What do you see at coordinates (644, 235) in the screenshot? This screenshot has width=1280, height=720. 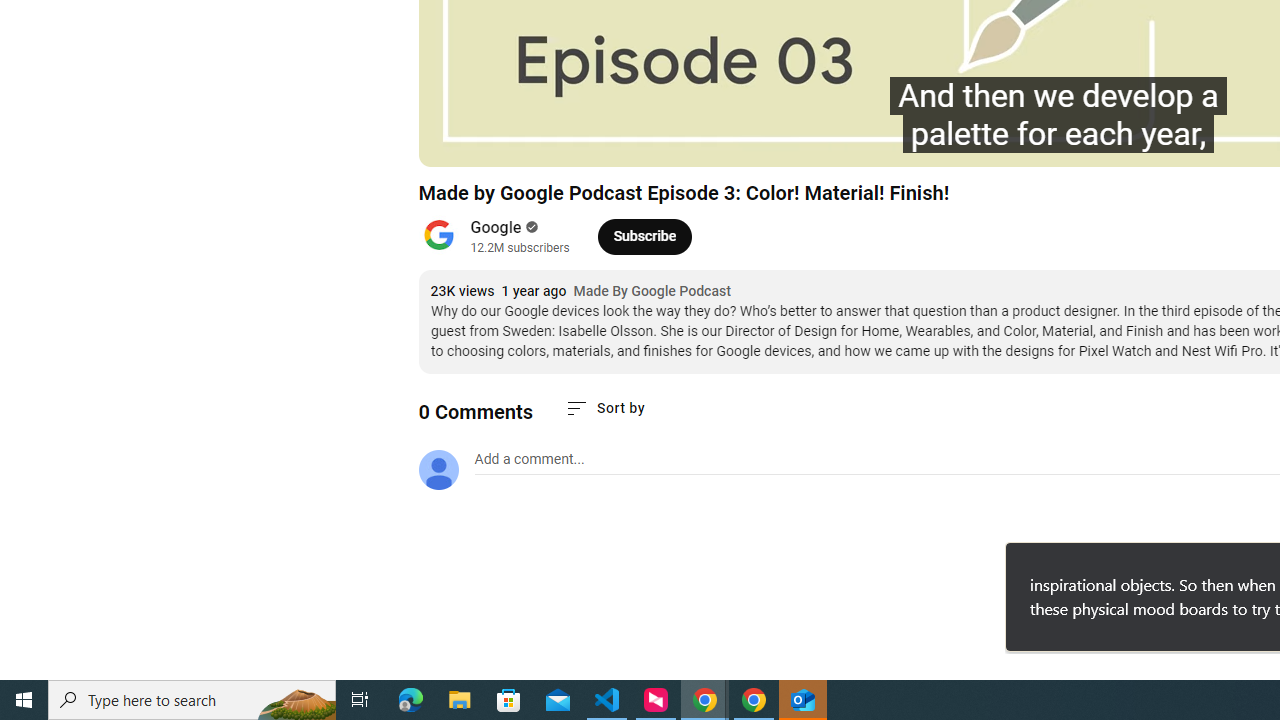 I see `'Subscribe to Google.'` at bounding box center [644, 235].